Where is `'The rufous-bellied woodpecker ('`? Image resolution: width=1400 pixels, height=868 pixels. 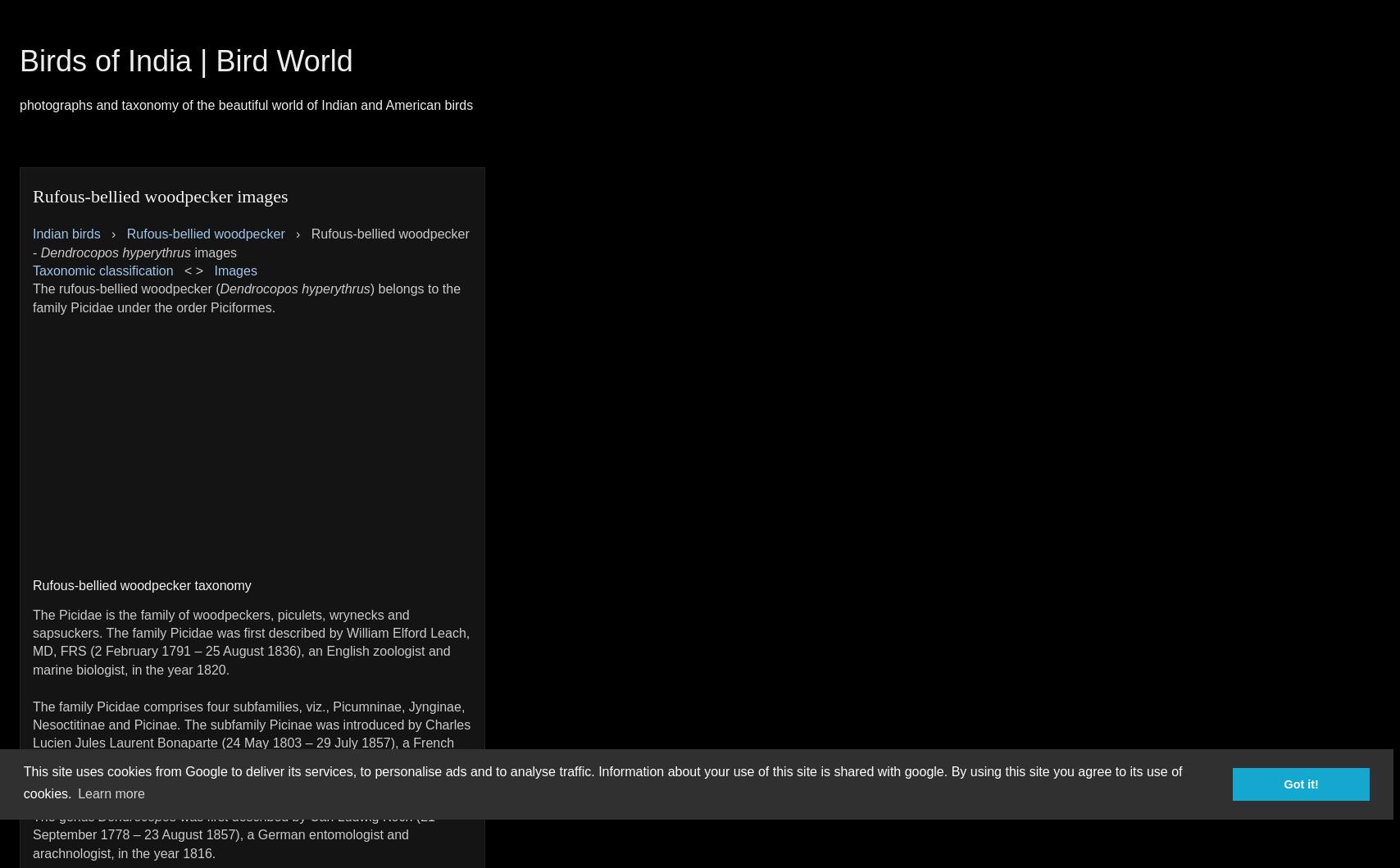
'The rufous-bellied woodpecker (' is located at coordinates (126, 288).